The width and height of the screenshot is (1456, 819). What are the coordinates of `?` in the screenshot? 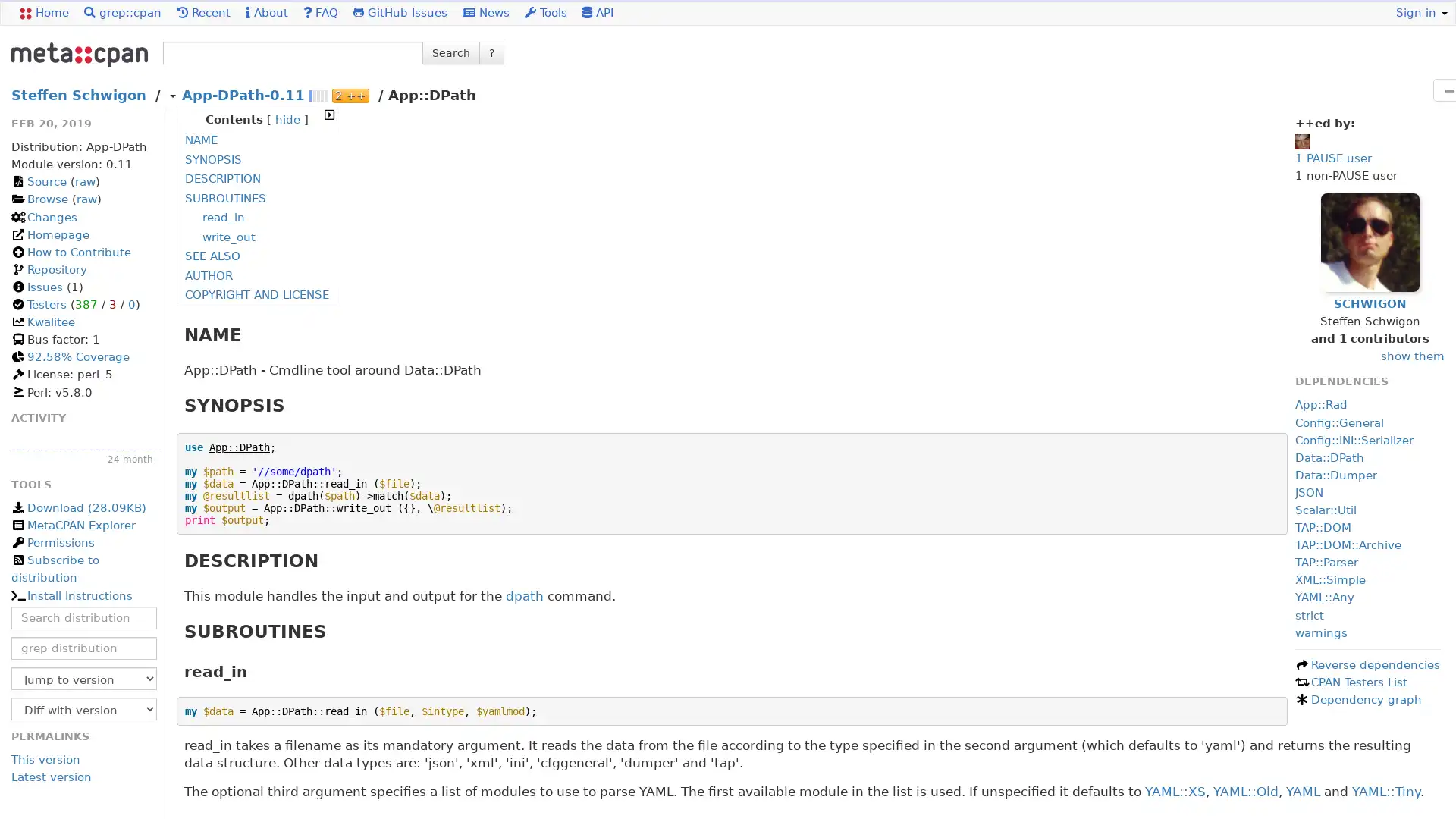 It's located at (491, 52).